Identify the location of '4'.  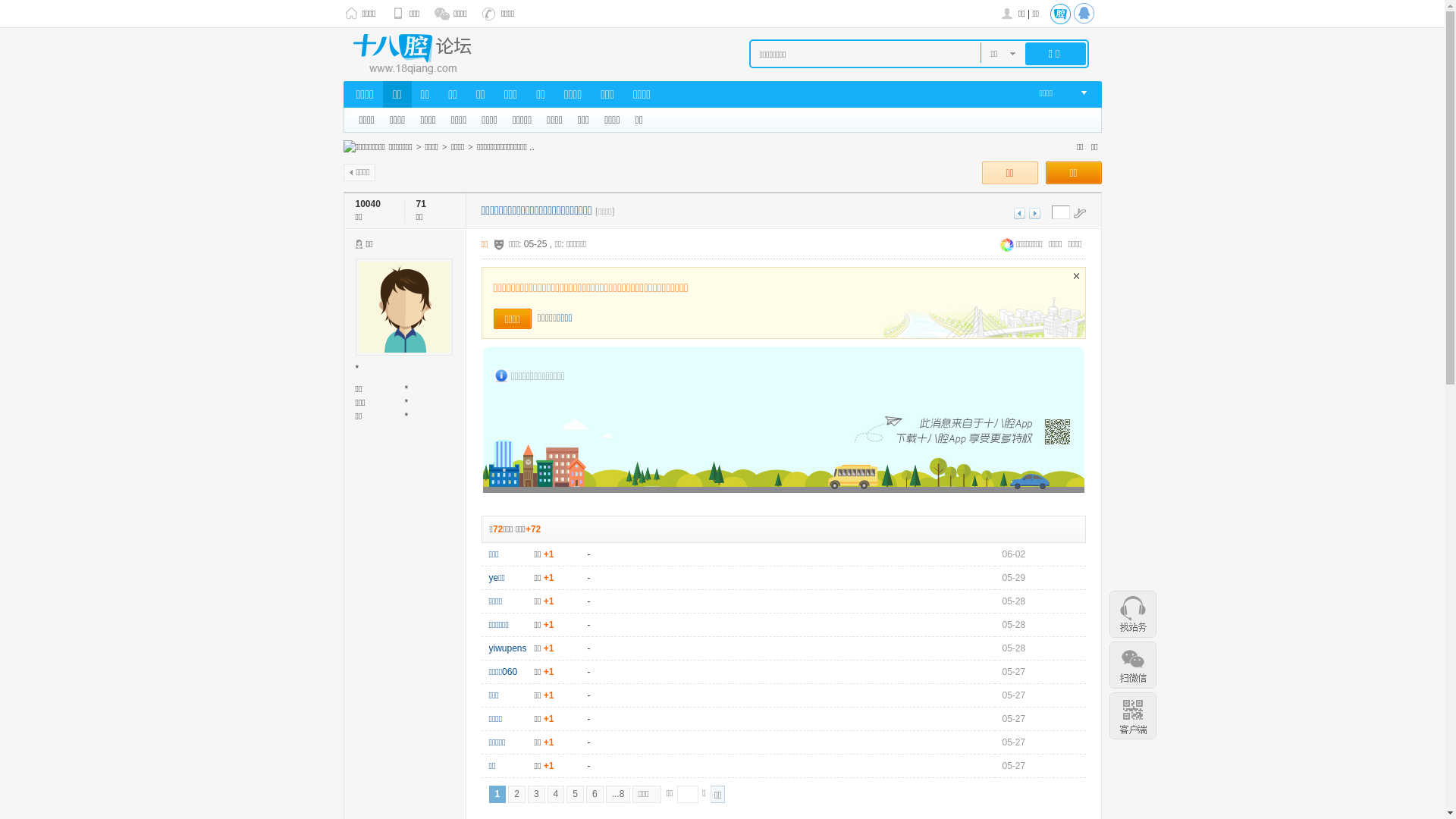
(555, 793).